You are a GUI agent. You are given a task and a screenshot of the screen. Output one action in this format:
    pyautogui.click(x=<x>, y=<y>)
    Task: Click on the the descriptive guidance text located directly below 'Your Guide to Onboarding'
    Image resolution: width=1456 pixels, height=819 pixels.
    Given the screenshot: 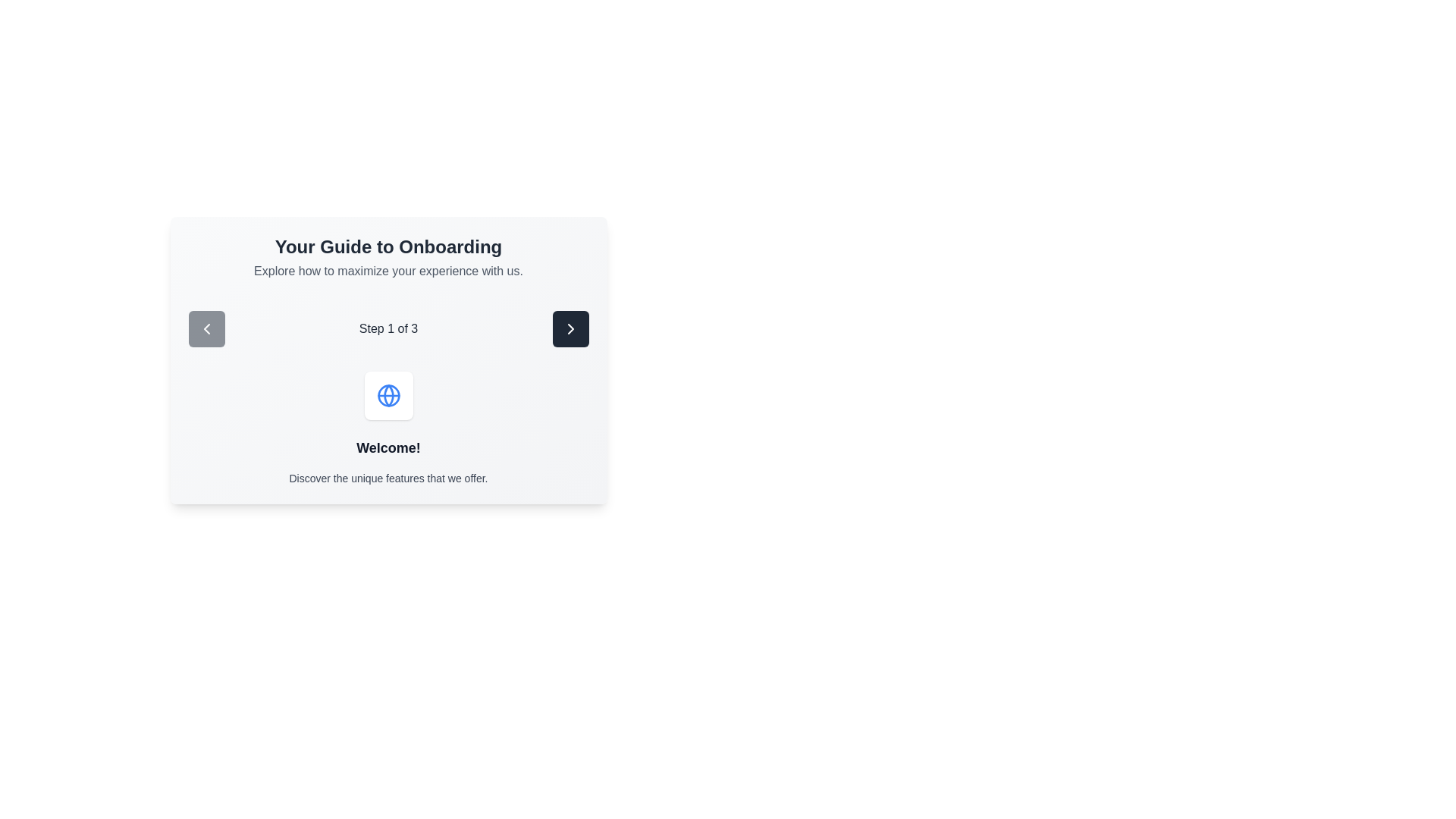 What is the action you would take?
    pyautogui.click(x=388, y=271)
    